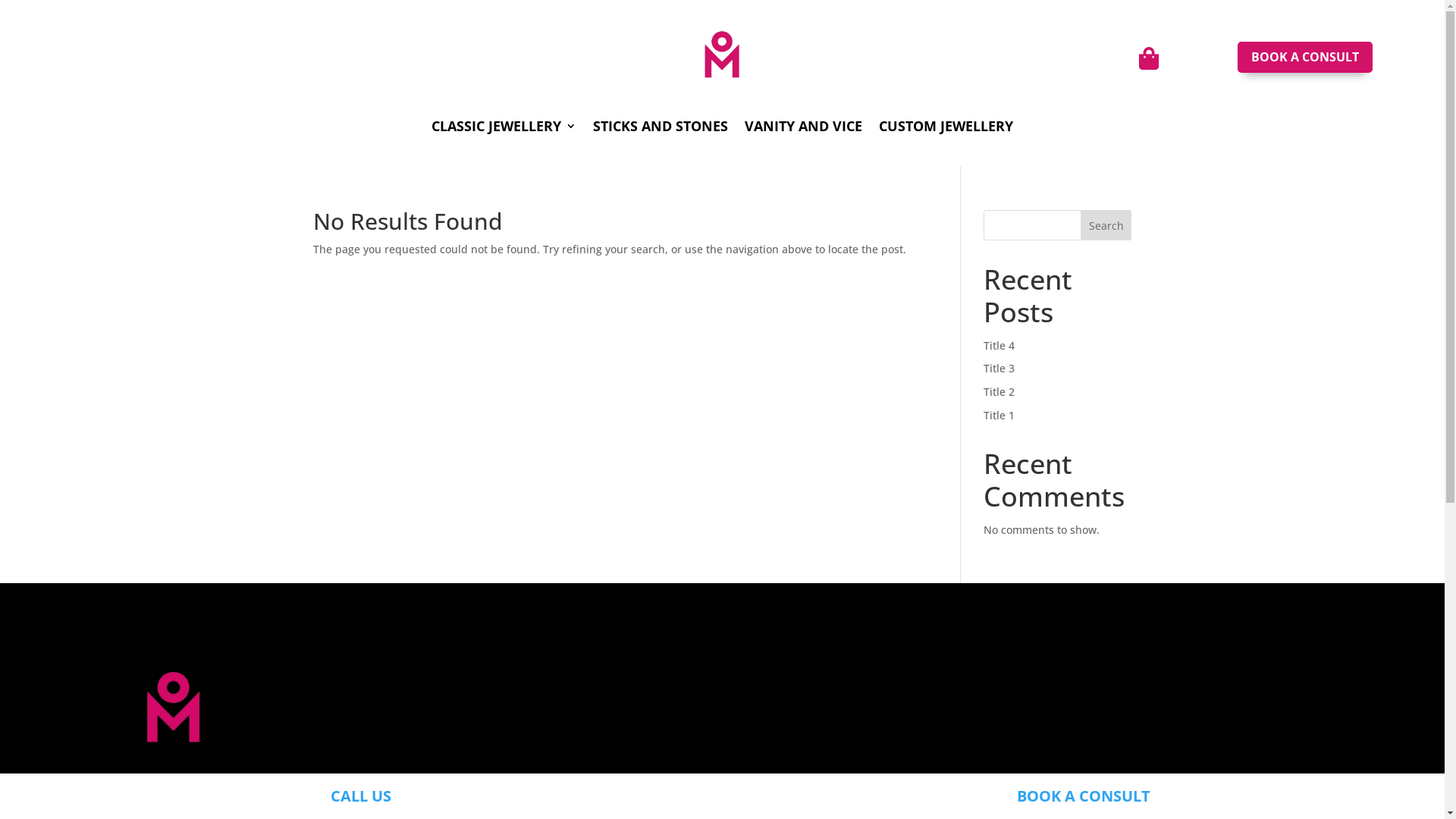  Describe the element at coordinates (999, 391) in the screenshot. I see `'Title 2'` at that location.